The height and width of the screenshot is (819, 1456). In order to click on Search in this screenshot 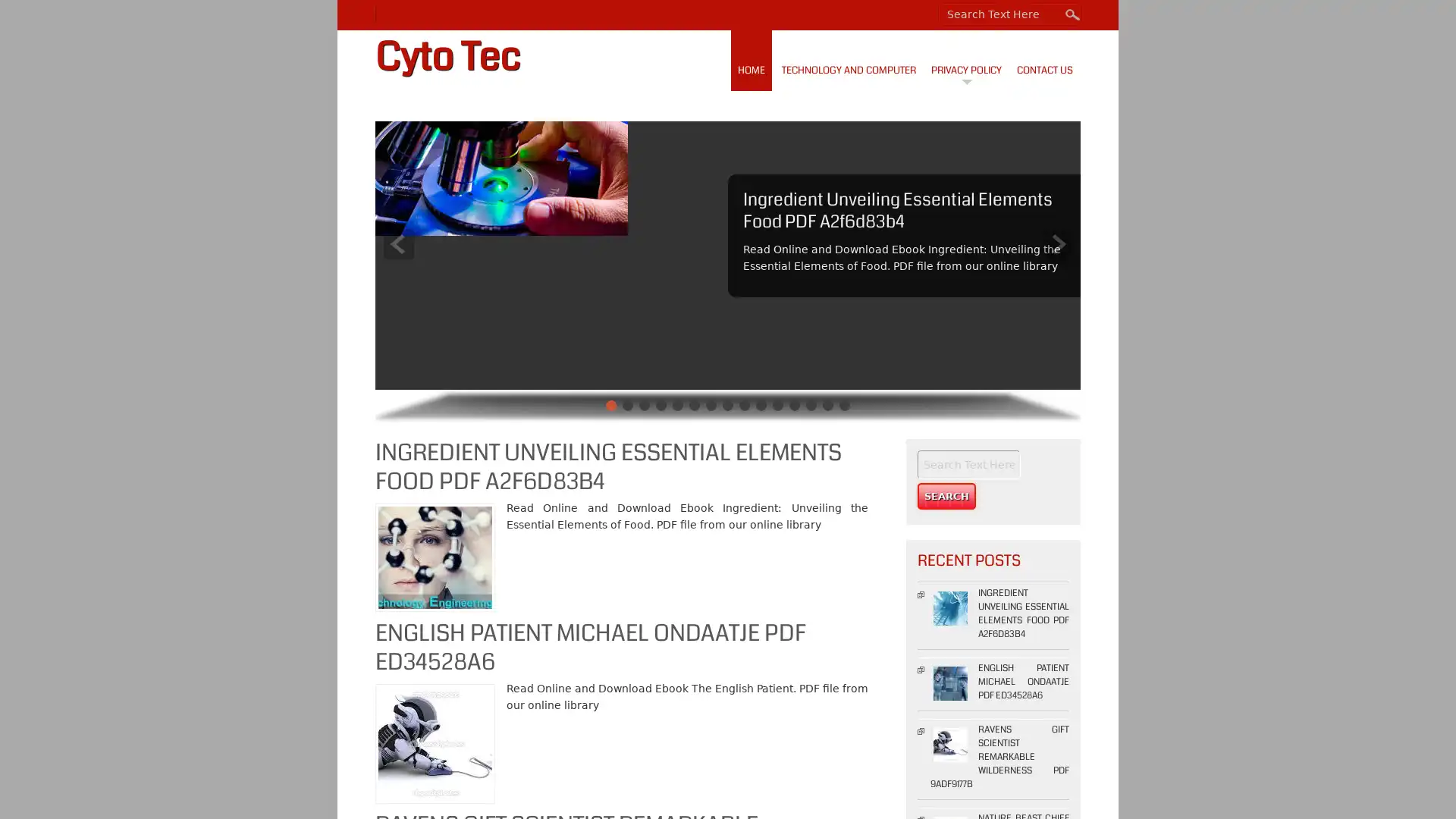, I will do `click(946, 496)`.